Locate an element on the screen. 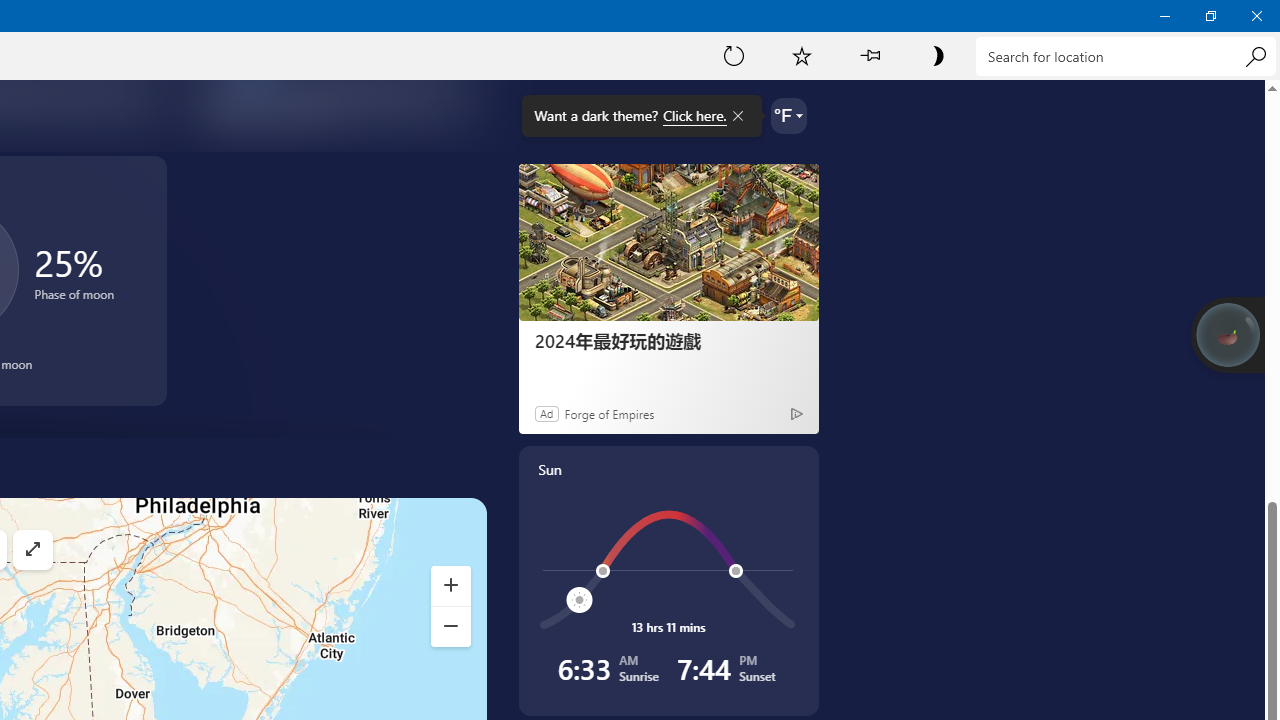 The image size is (1280, 720). 'Search' is located at coordinates (1254, 55).